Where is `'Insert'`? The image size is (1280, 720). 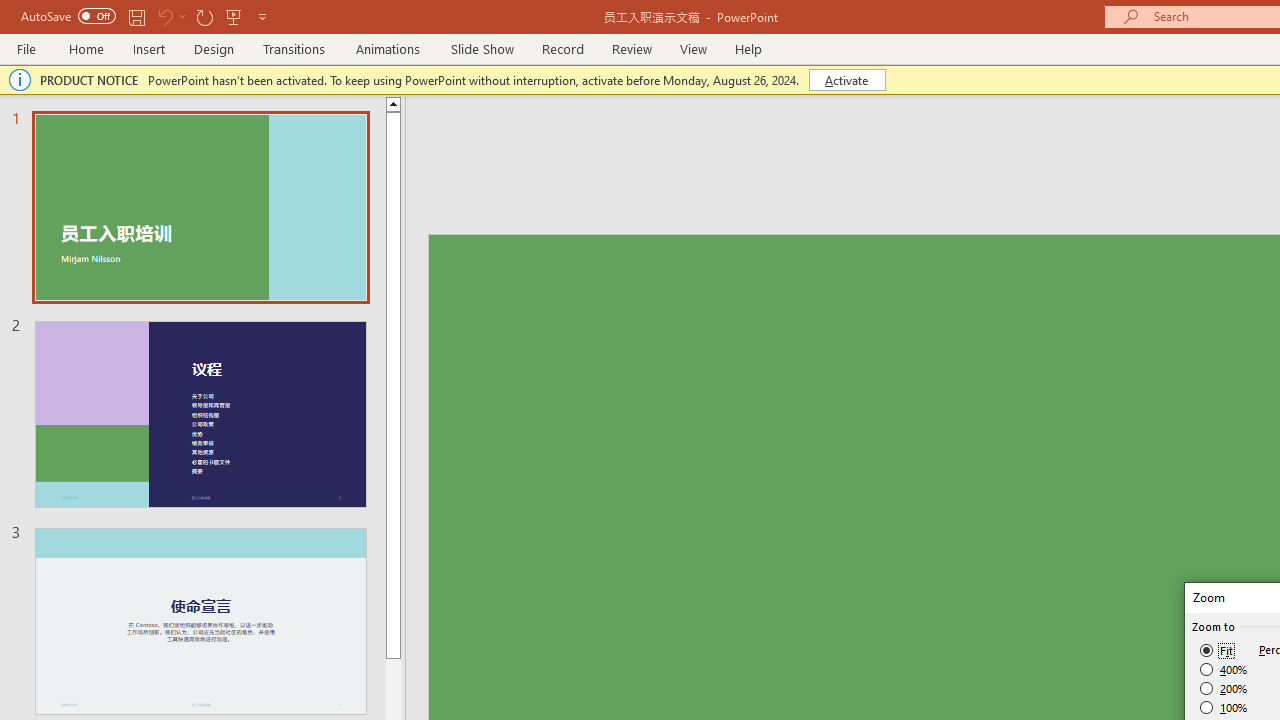 'Insert' is located at coordinates (148, 48).